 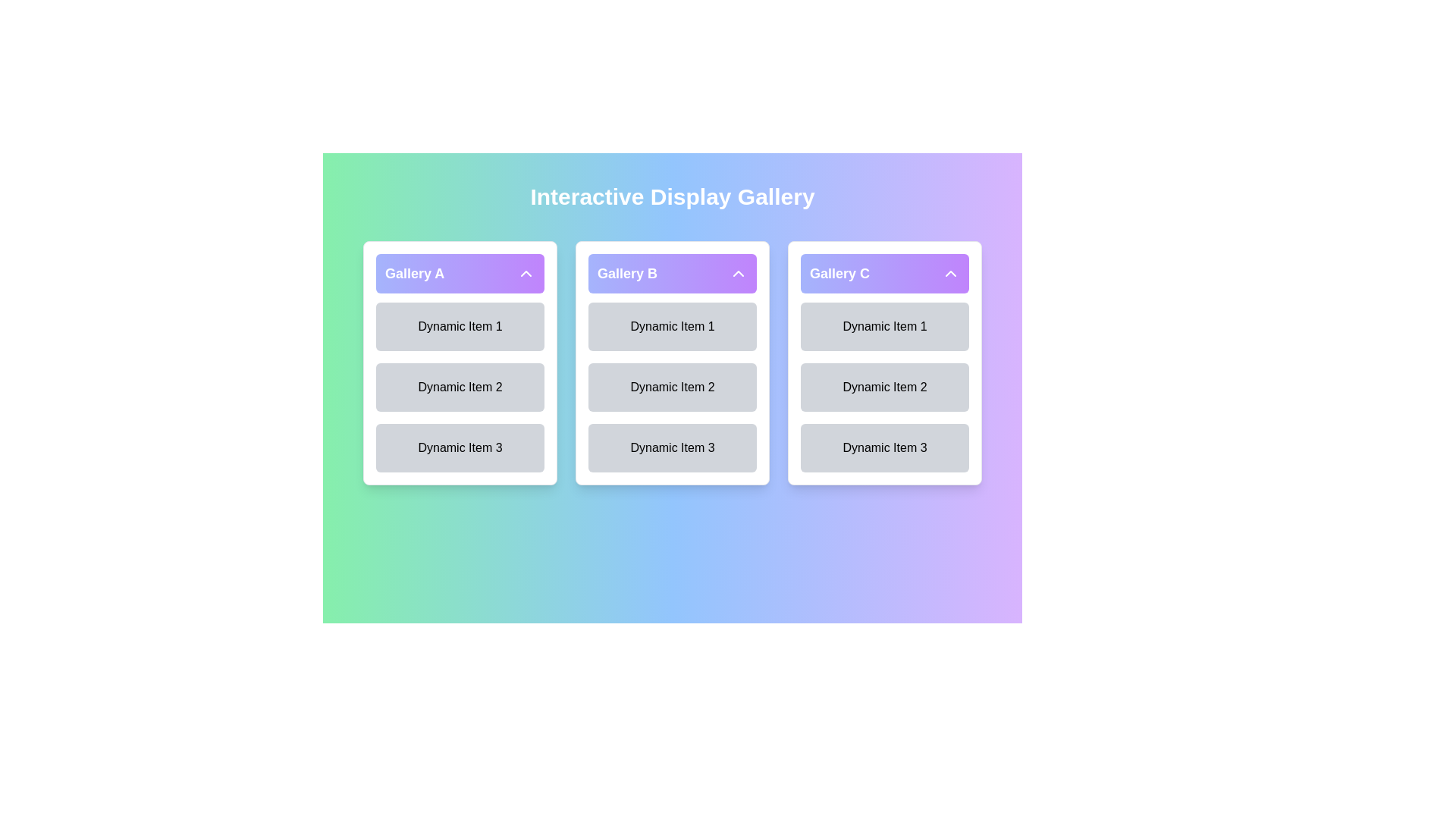 What do you see at coordinates (884, 362) in the screenshot?
I see `the static box labeled 'Dynamic Item 2' located in the 'Gallery C' section, which is the second box in a vertical stack of three` at bounding box center [884, 362].